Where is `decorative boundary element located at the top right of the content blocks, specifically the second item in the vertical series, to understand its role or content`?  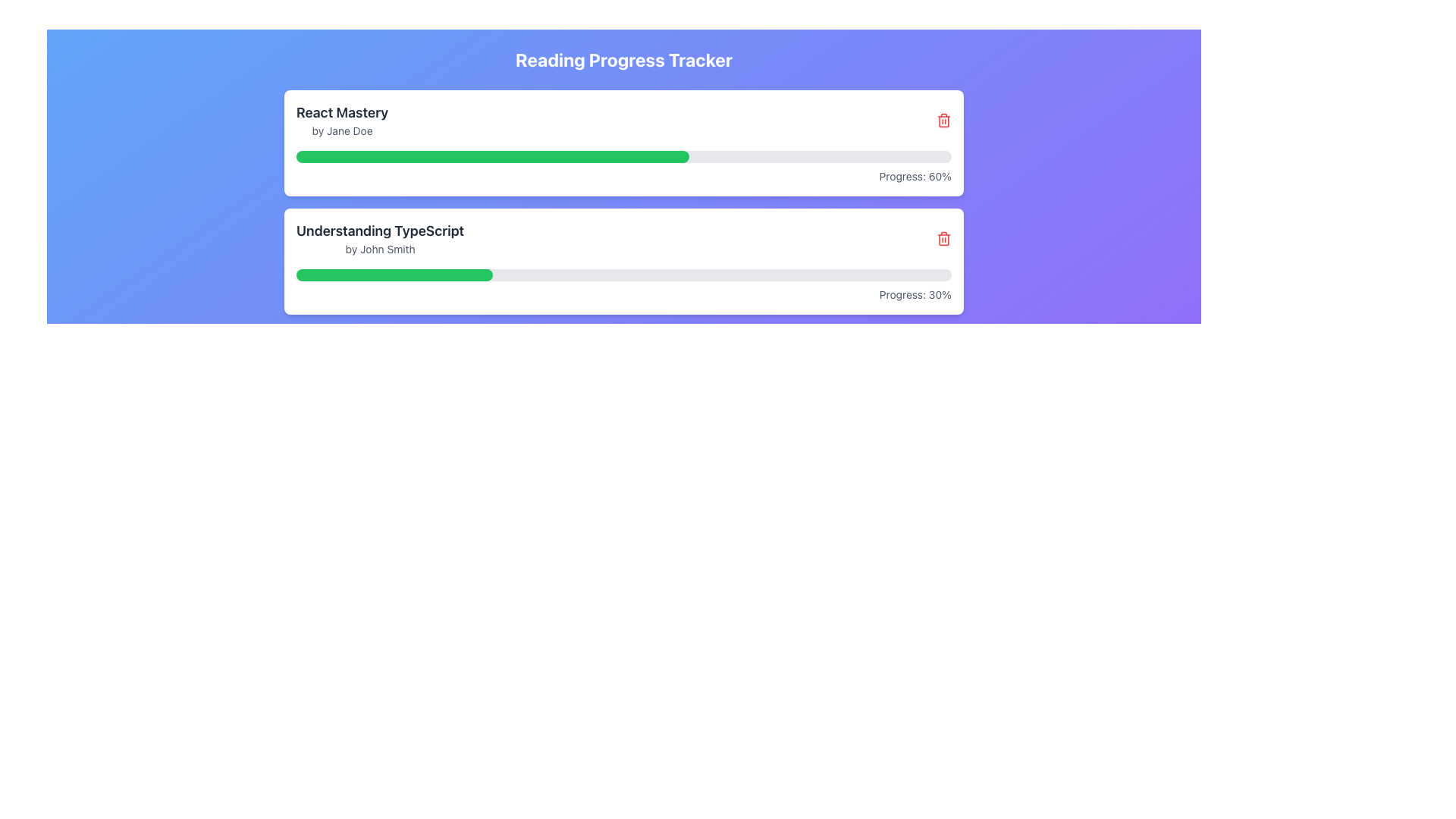 decorative boundary element located at the top right of the content blocks, specifically the second item in the vertical series, to understand its role or content is located at coordinates (943, 120).